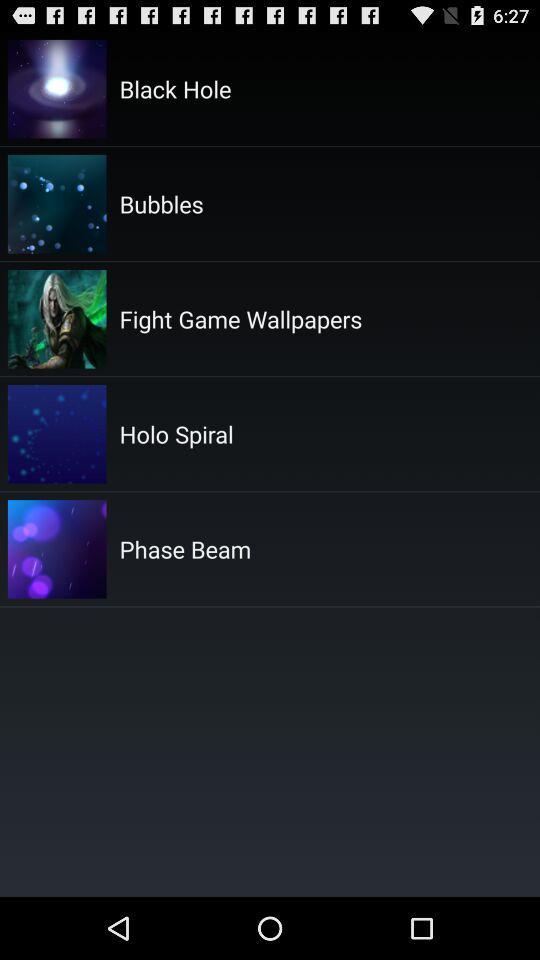 This screenshot has width=540, height=960. What do you see at coordinates (240, 318) in the screenshot?
I see `icon at the top` at bounding box center [240, 318].